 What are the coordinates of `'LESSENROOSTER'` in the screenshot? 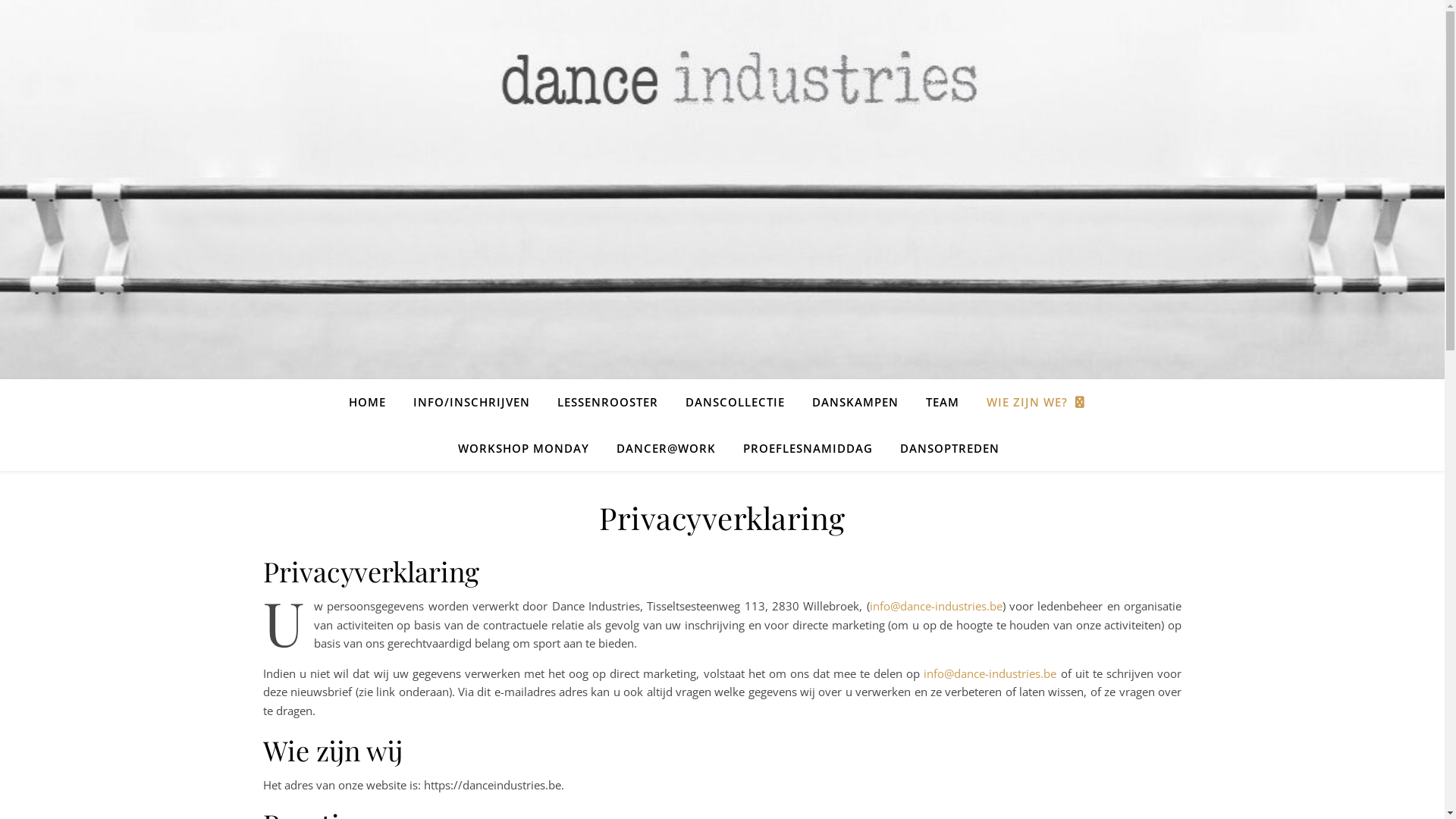 It's located at (607, 400).